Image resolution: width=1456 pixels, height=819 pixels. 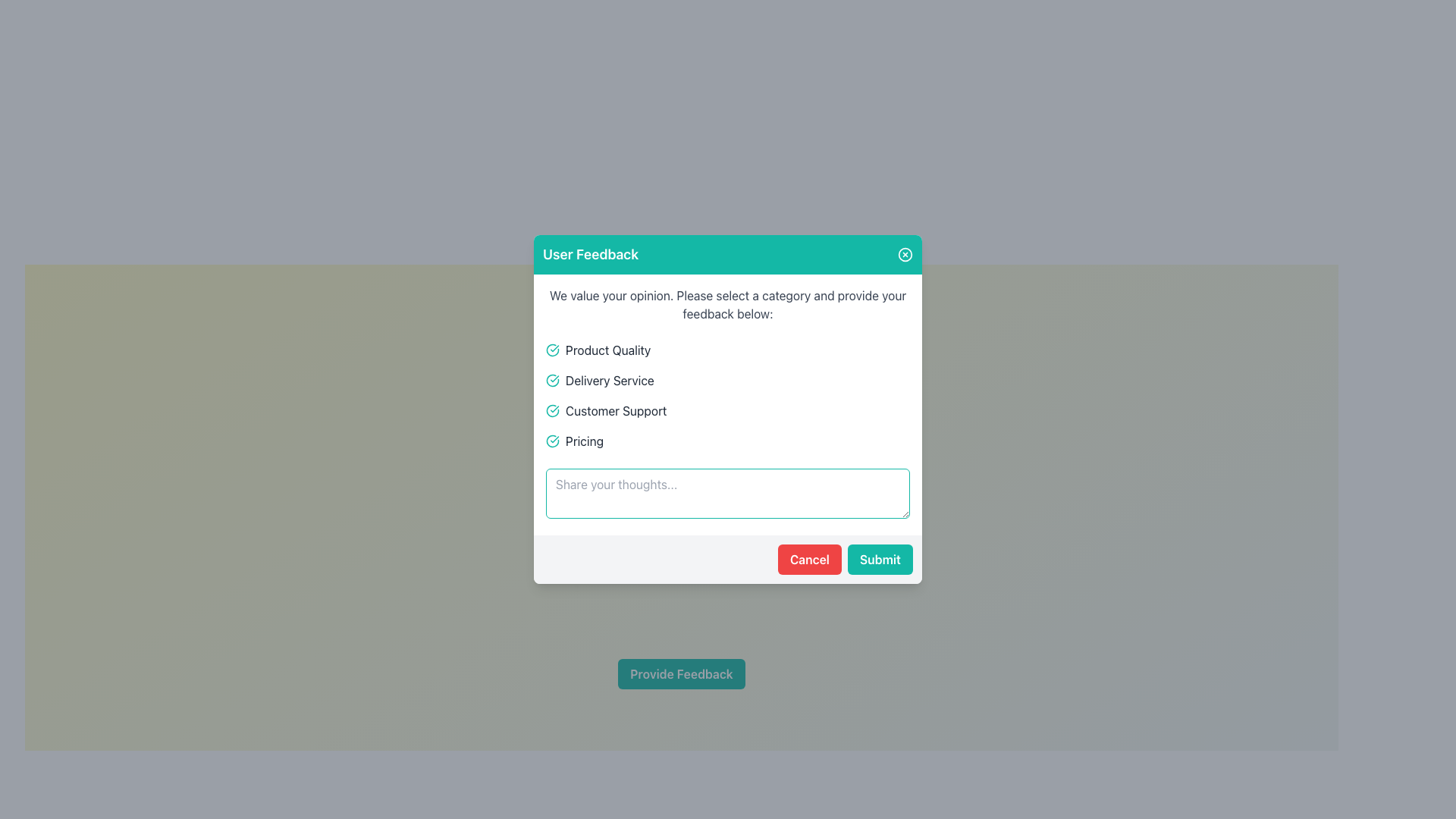 What do you see at coordinates (552, 411) in the screenshot?
I see `the Decorative icon (checkmark) which is a teal-green circular component with a checkmark, located to the left of the 'Customer Support' text in the feedback form` at bounding box center [552, 411].